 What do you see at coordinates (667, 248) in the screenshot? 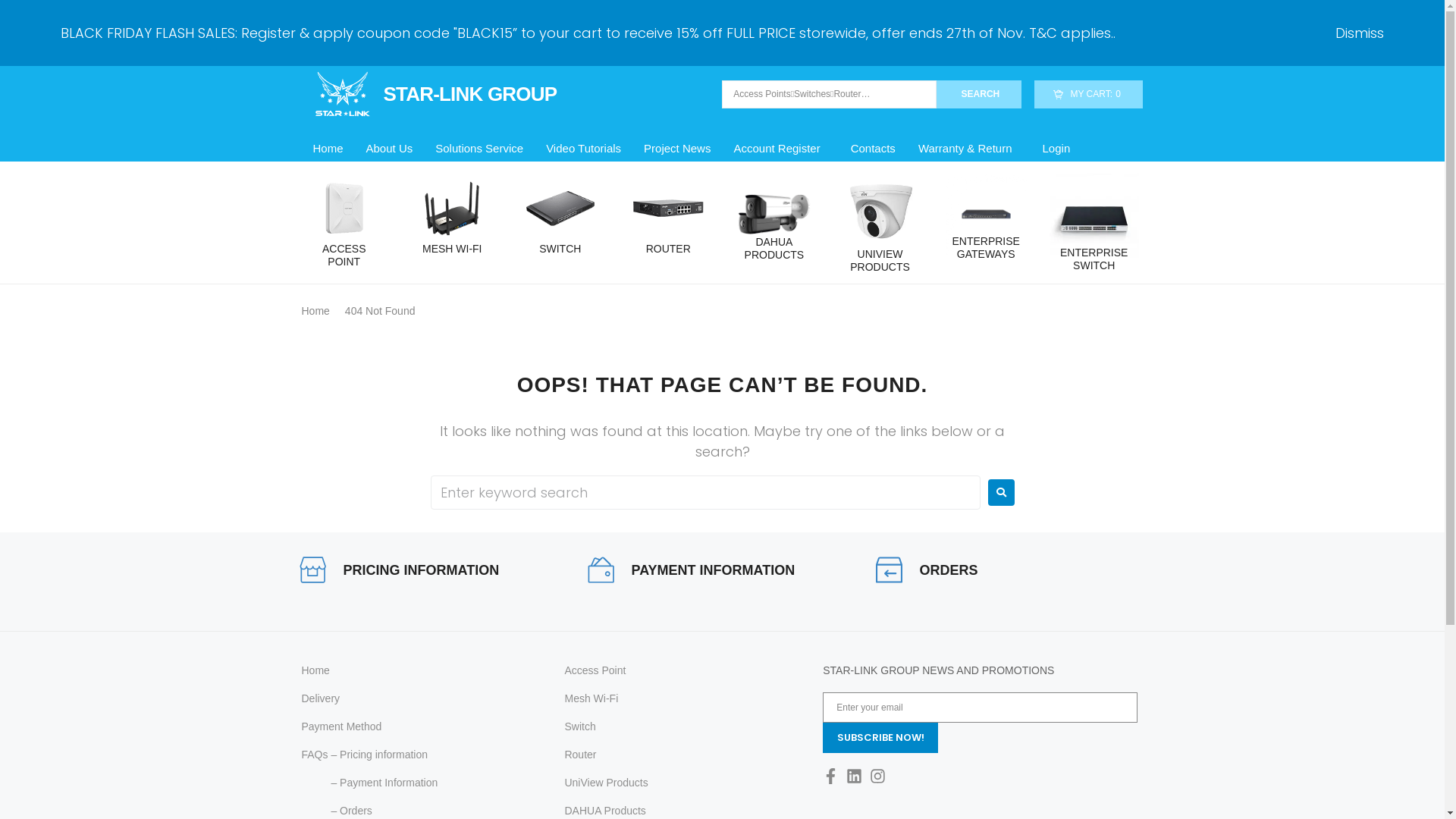
I see `'ROUTER'` at bounding box center [667, 248].